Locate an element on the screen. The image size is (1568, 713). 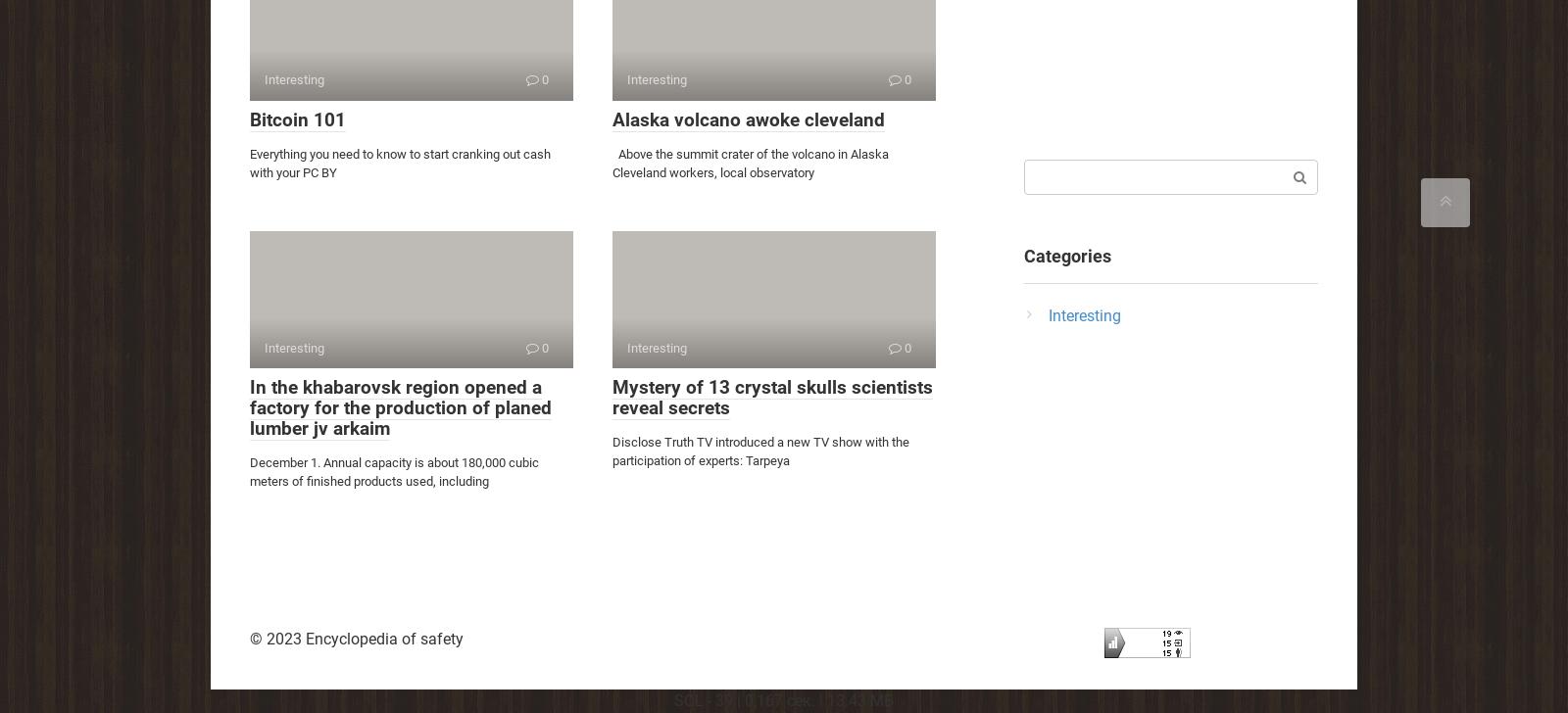
'Alaska volcano awoke cleveland' is located at coordinates (749, 119).